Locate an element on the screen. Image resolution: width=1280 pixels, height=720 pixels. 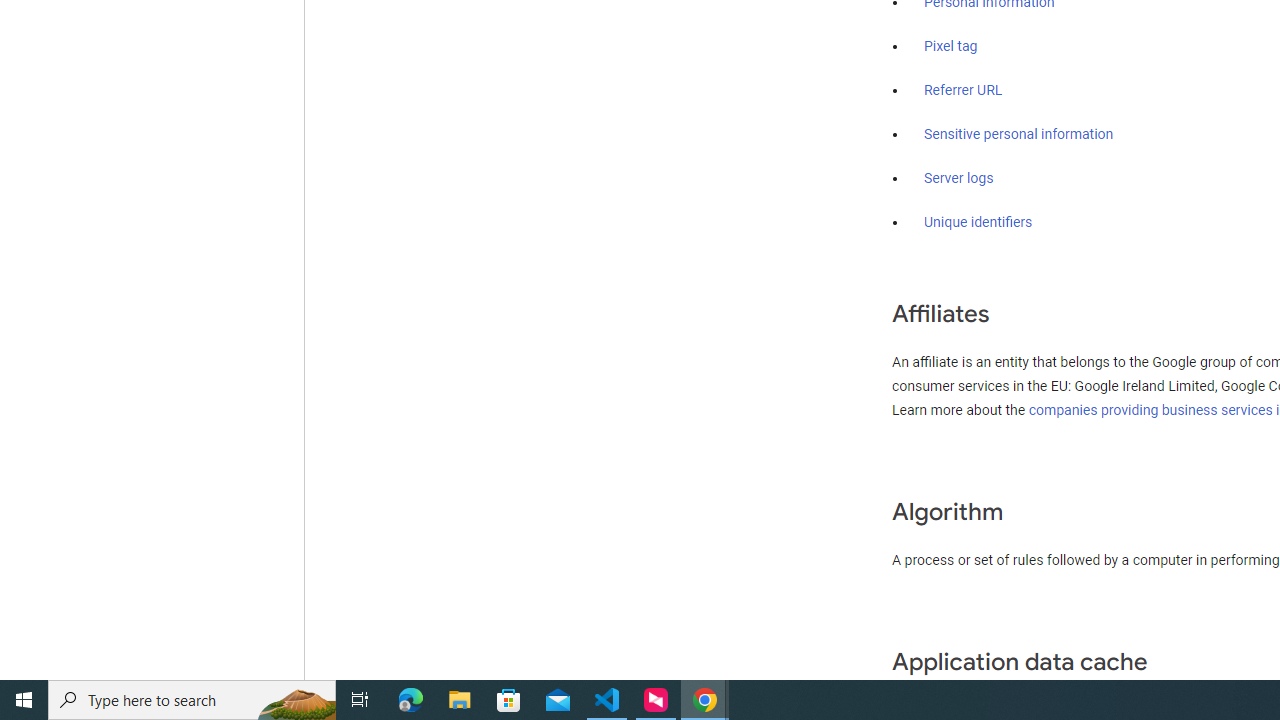
'Server logs' is located at coordinates (958, 177).